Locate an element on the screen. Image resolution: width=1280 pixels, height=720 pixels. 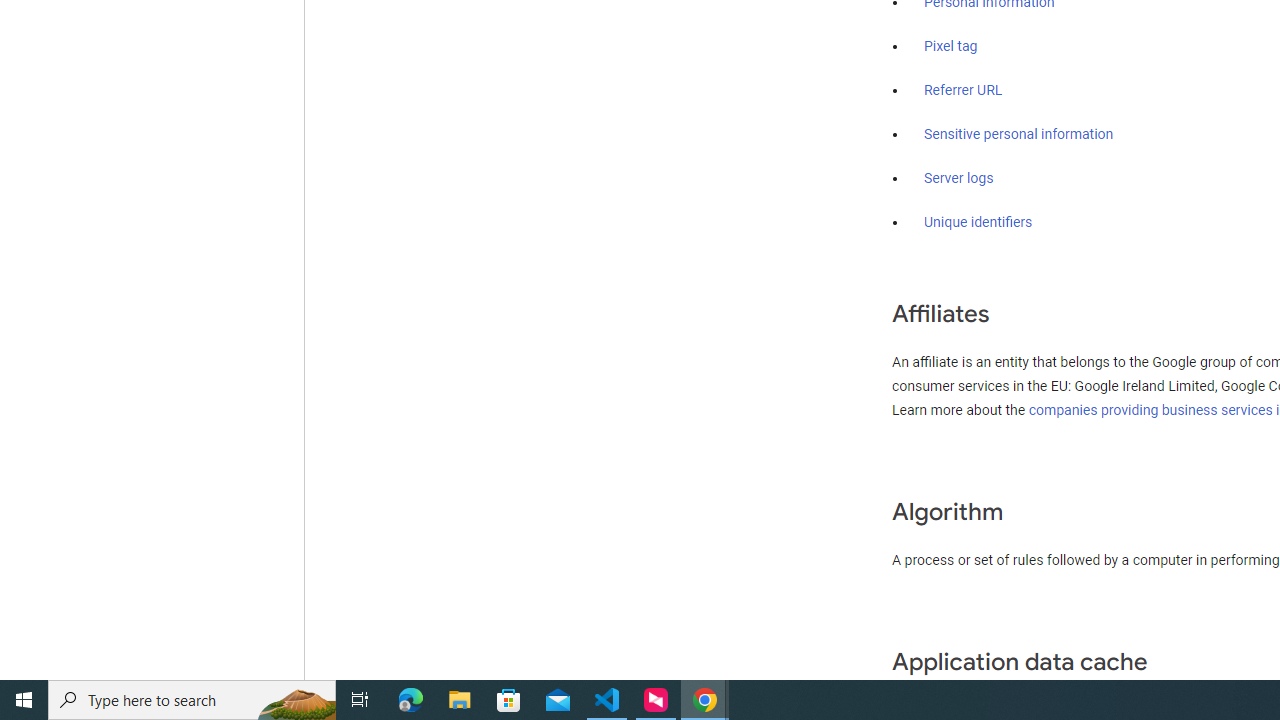
'Server logs' is located at coordinates (958, 177).